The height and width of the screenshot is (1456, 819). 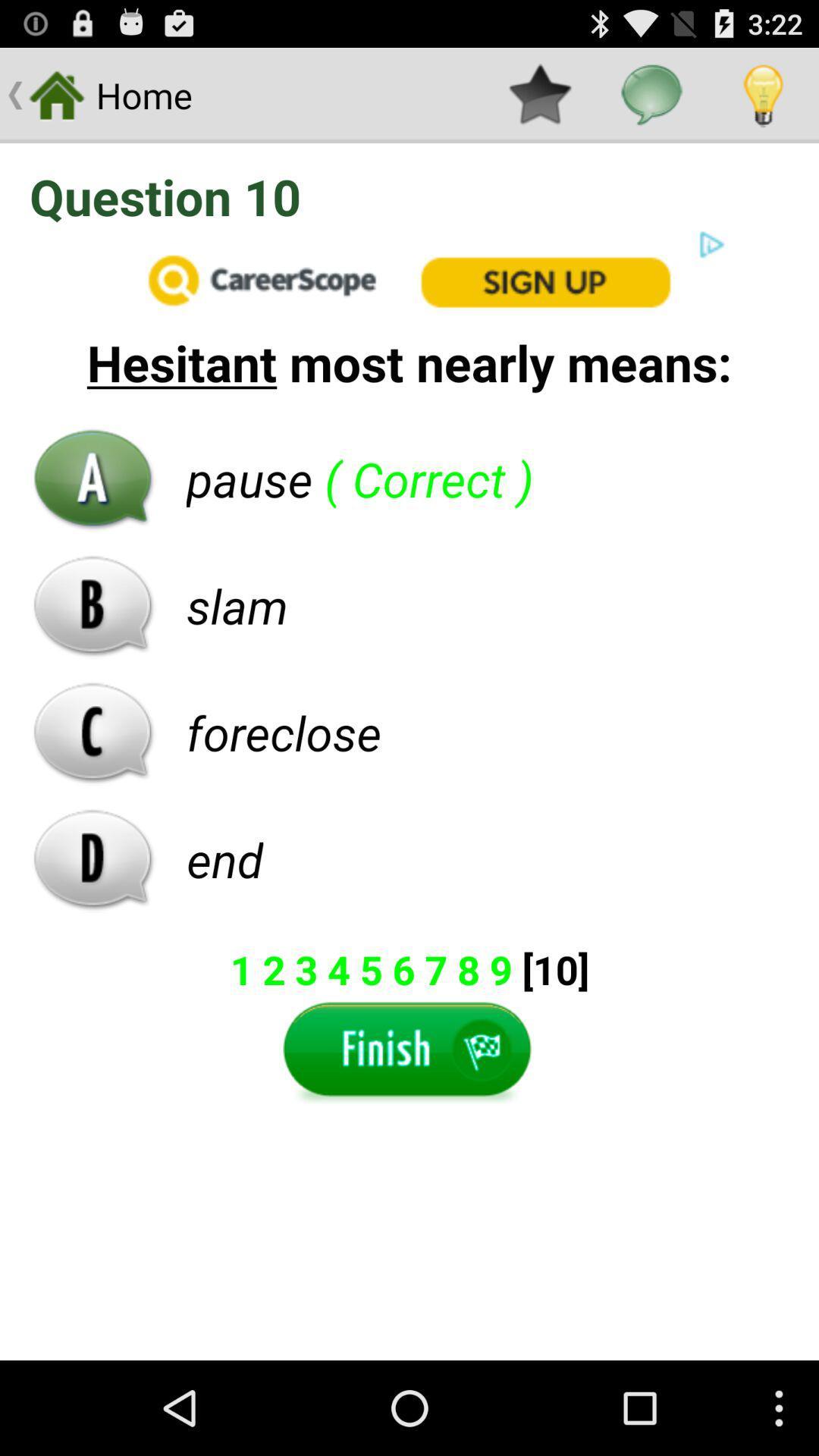 I want to click on the b message image to the left of slam, so click(x=93, y=604).